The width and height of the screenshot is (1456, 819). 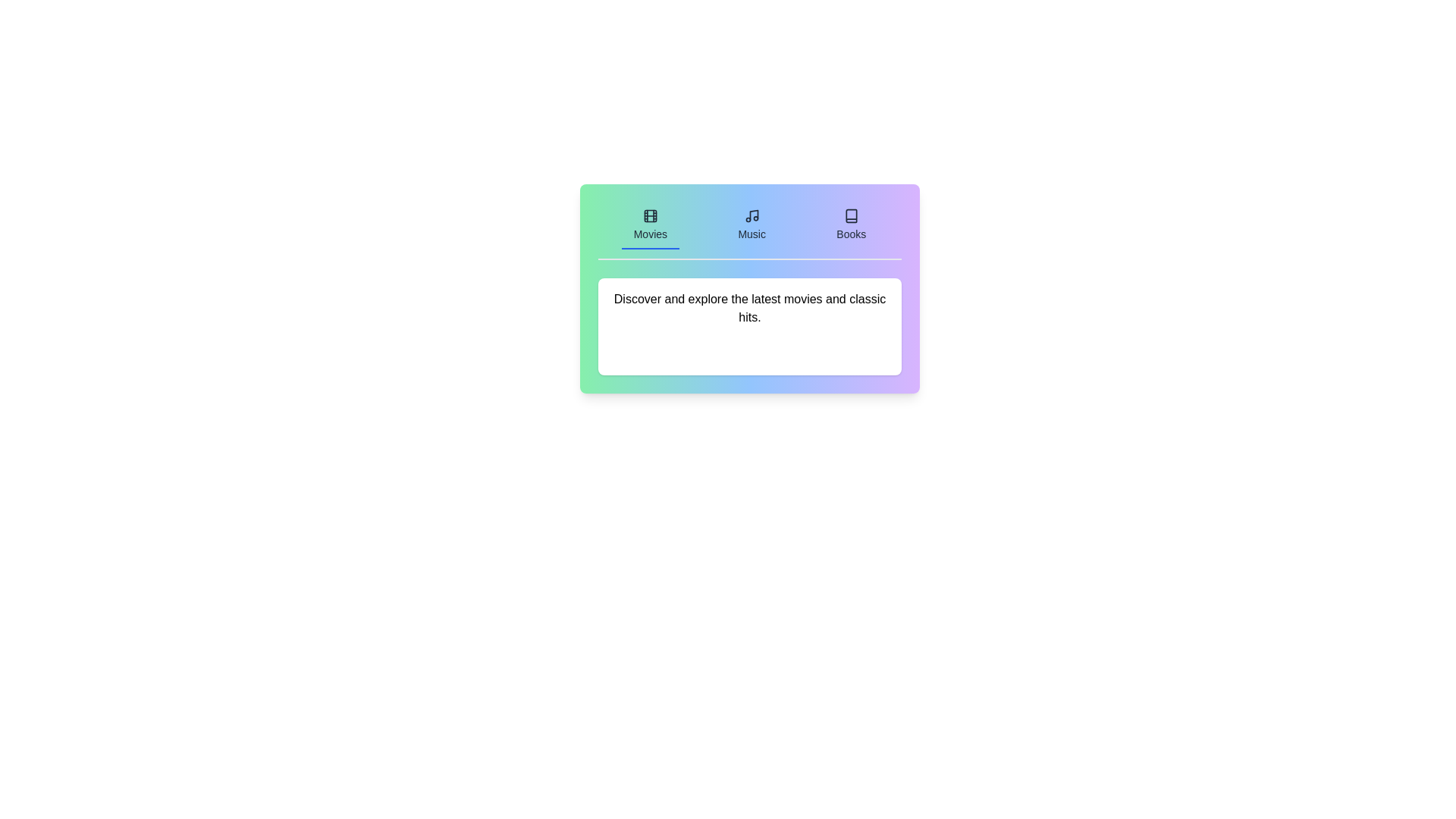 What do you see at coordinates (751, 225) in the screenshot?
I see `the Music tab` at bounding box center [751, 225].